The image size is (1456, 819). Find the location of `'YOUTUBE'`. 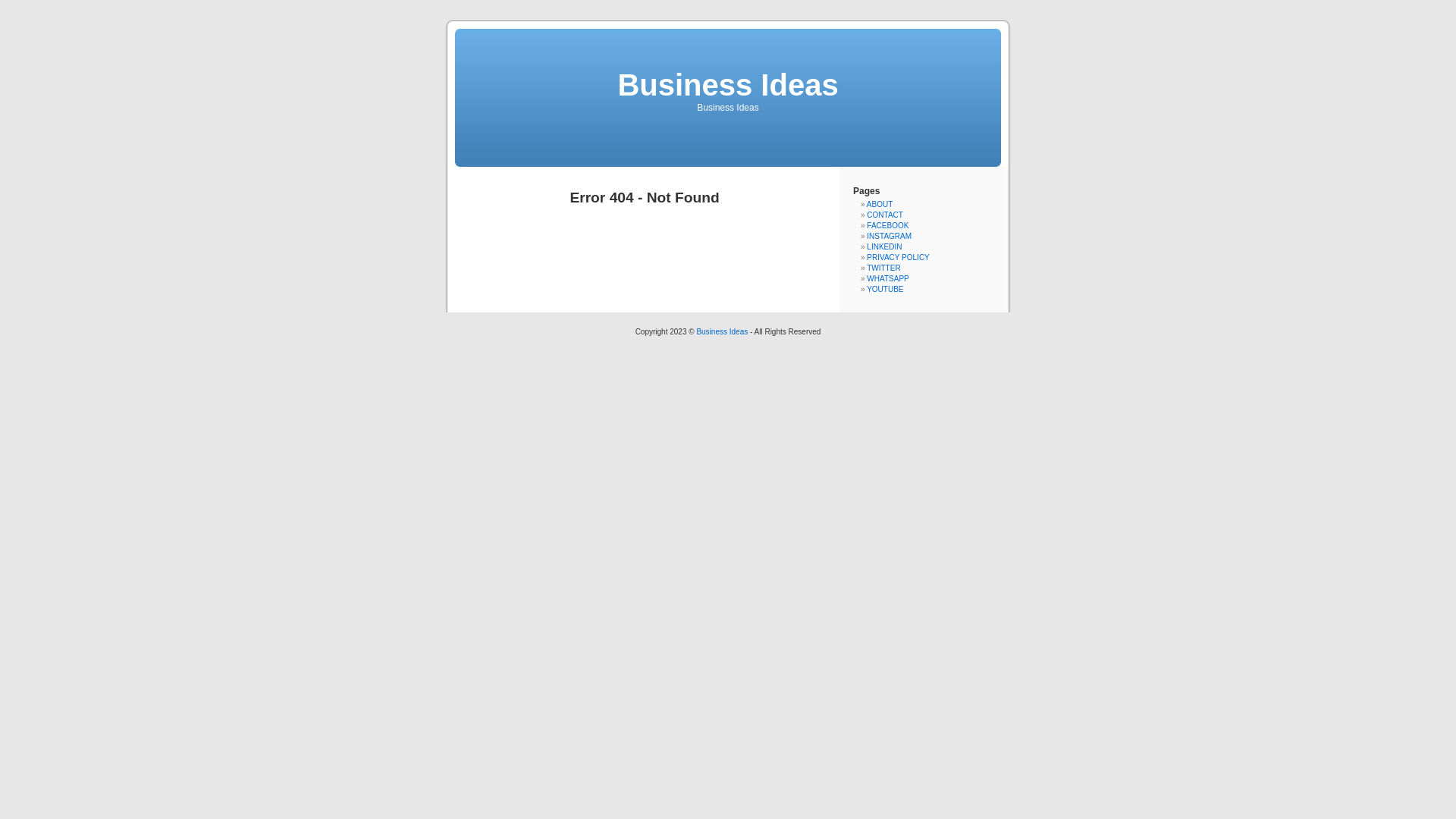

'YOUTUBE' is located at coordinates (884, 289).